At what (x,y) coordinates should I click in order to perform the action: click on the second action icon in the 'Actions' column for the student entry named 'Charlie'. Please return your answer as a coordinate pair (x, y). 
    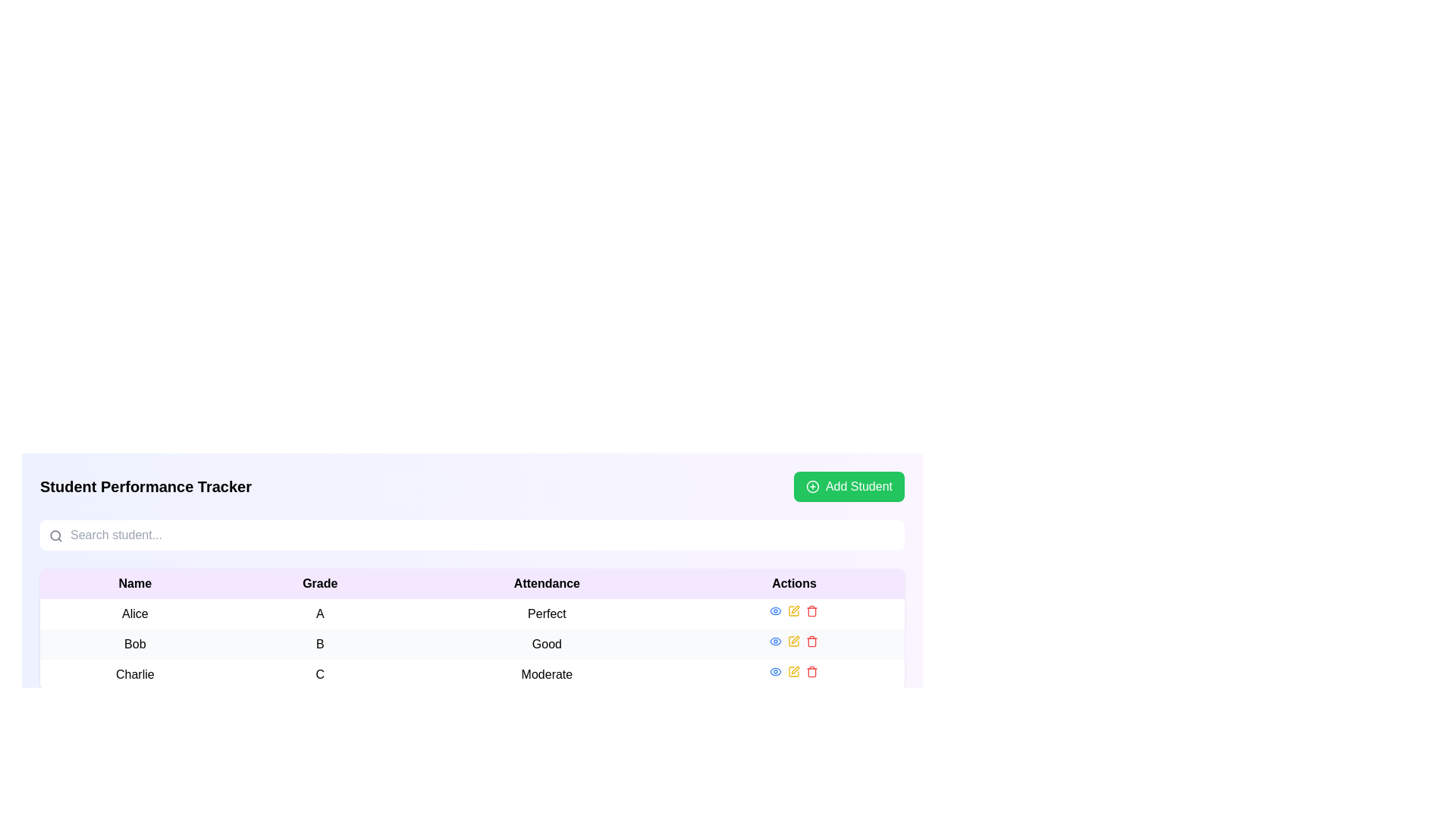
    Looking at the image, I should click on (795, 669).